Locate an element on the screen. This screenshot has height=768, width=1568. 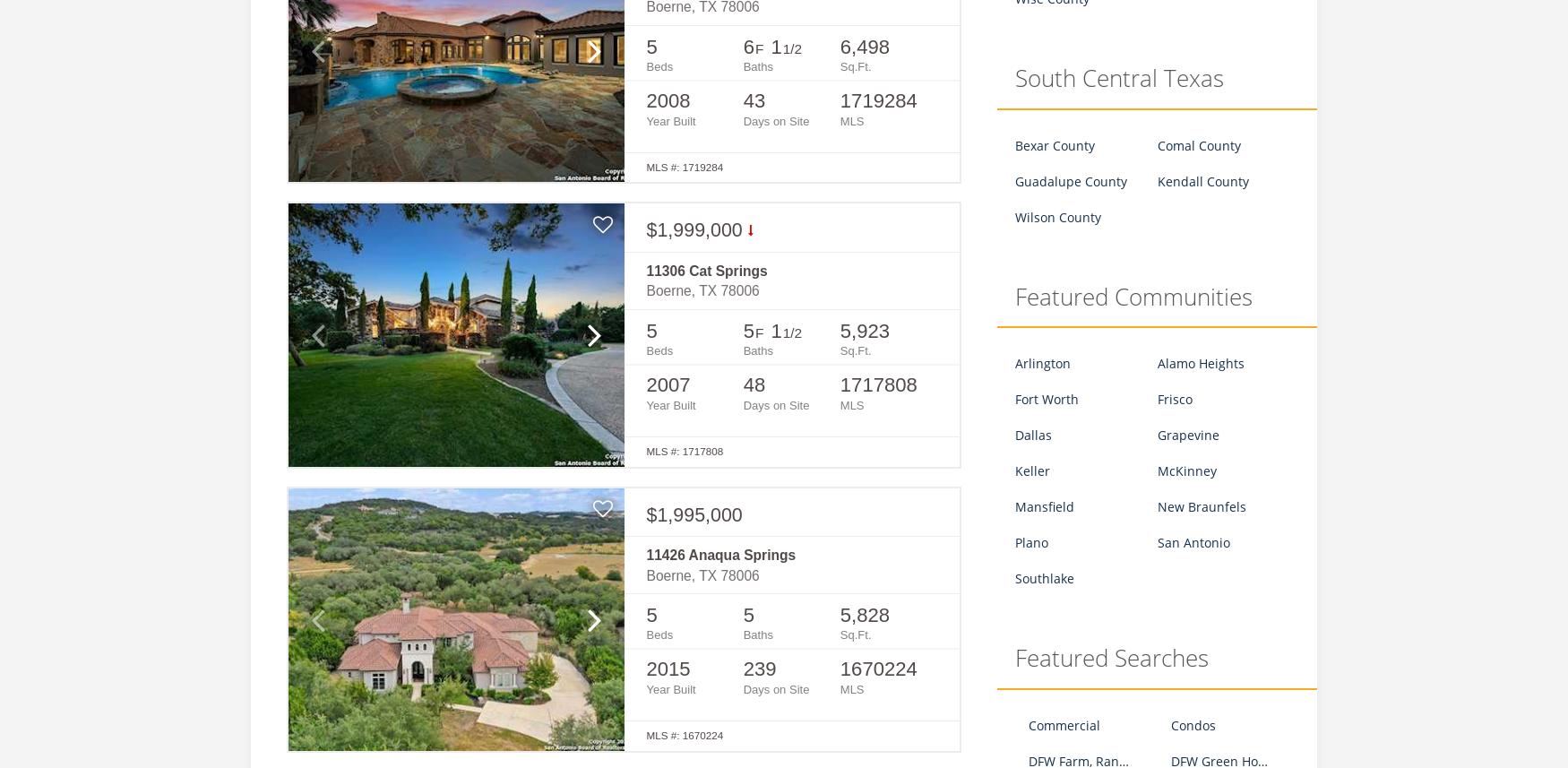
'McKinney' is located at coordinates (1186, 470).